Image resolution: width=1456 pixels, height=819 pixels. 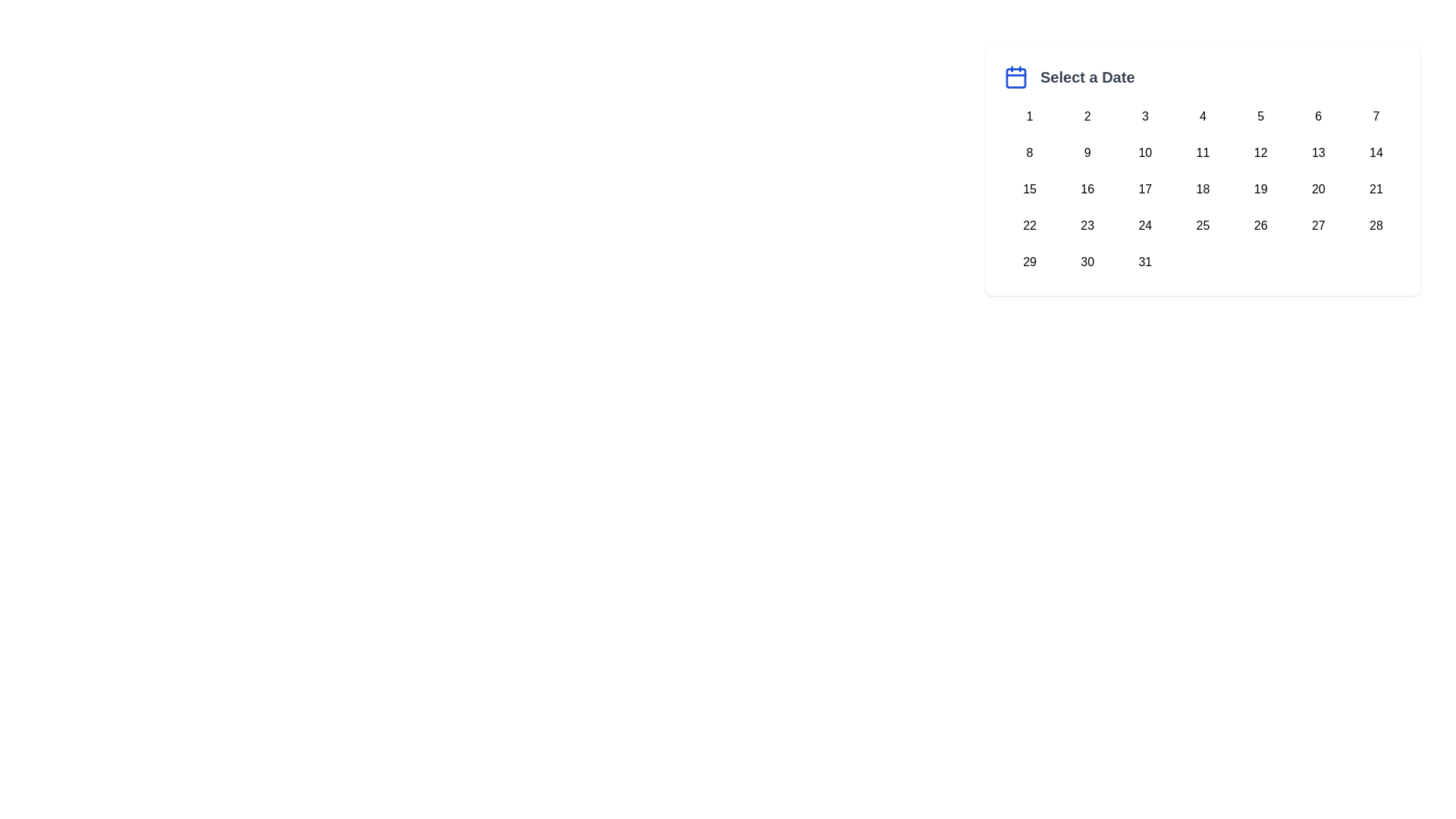 What do you see at coordinates (1317, 189) in the screenshot?
I see `the button` at bounding box center [1317, 189].